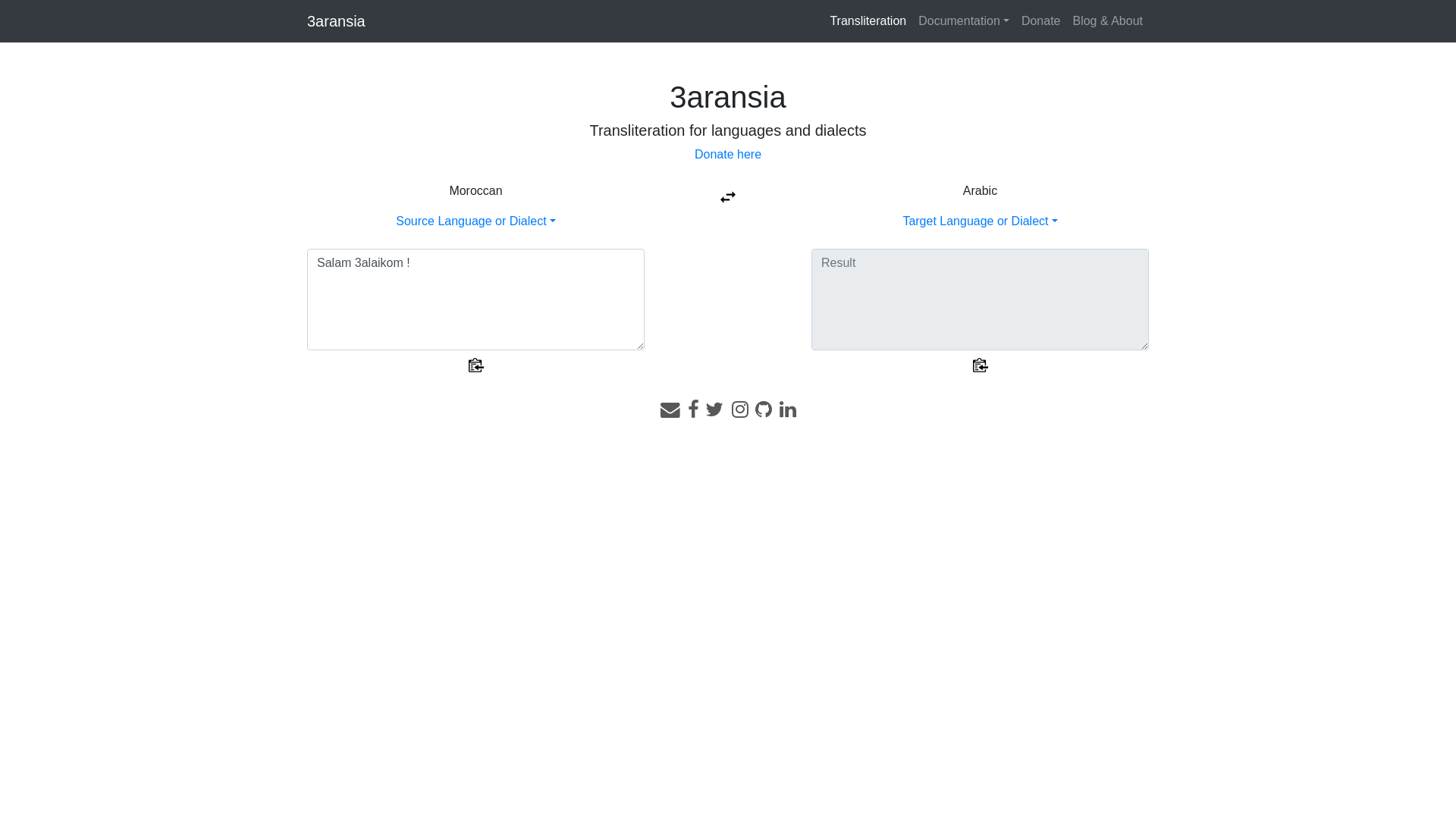  Describe the element at coordinates (728, 154) in the screenshot. I see `'Donate here'` at that location.